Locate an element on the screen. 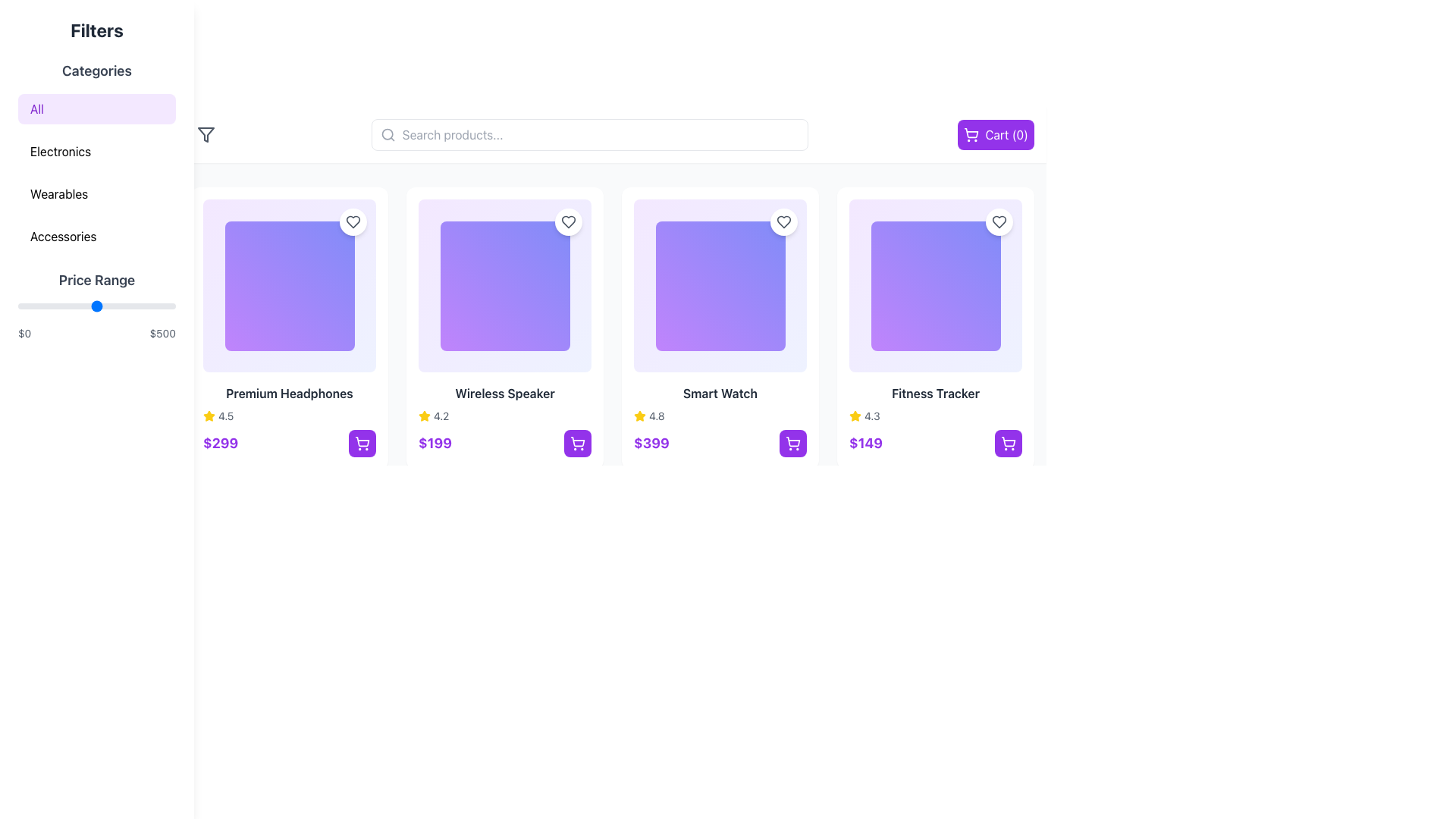  'All' button located beneath the 'Categories' heading in the sidebar, which has a purple background and rounded corners is located at coordinates (96, 108).